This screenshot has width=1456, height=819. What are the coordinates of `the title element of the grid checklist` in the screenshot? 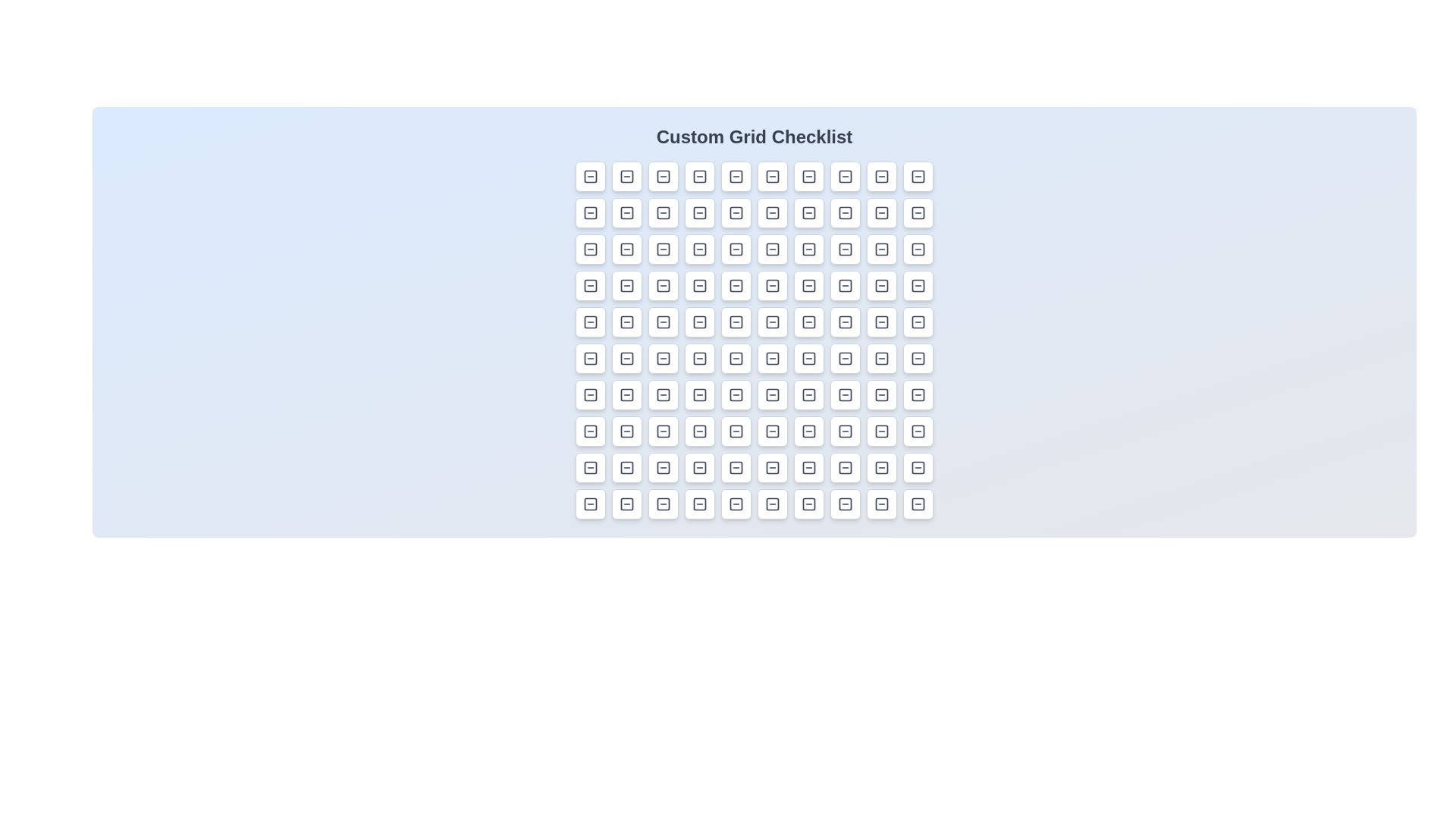 It's located at (754, 137).